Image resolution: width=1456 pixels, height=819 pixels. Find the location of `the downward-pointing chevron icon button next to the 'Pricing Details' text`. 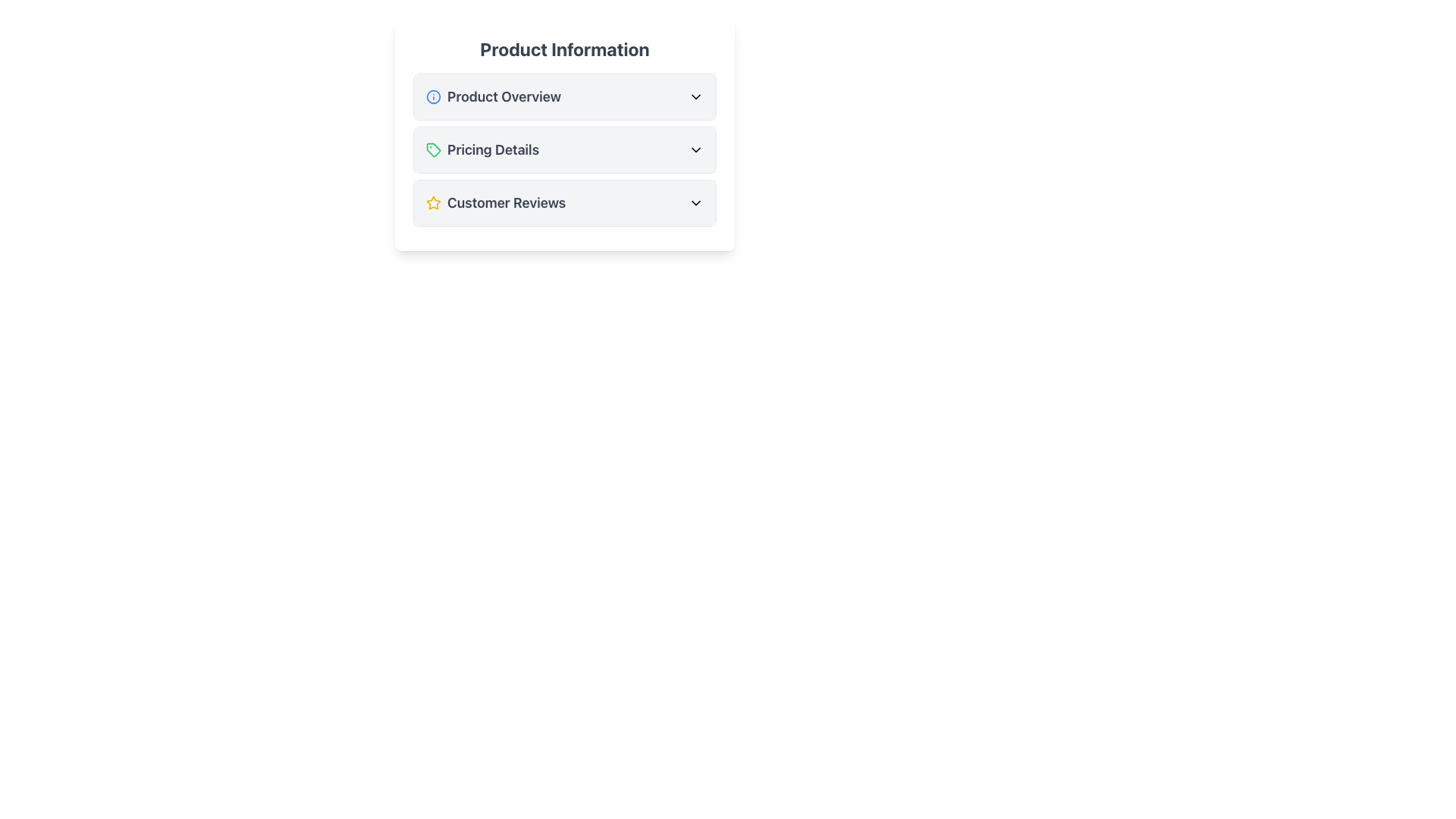

the downward-pointing chevron icon button next to the 'Pricing Details' text is located at coordinates (695, 149).